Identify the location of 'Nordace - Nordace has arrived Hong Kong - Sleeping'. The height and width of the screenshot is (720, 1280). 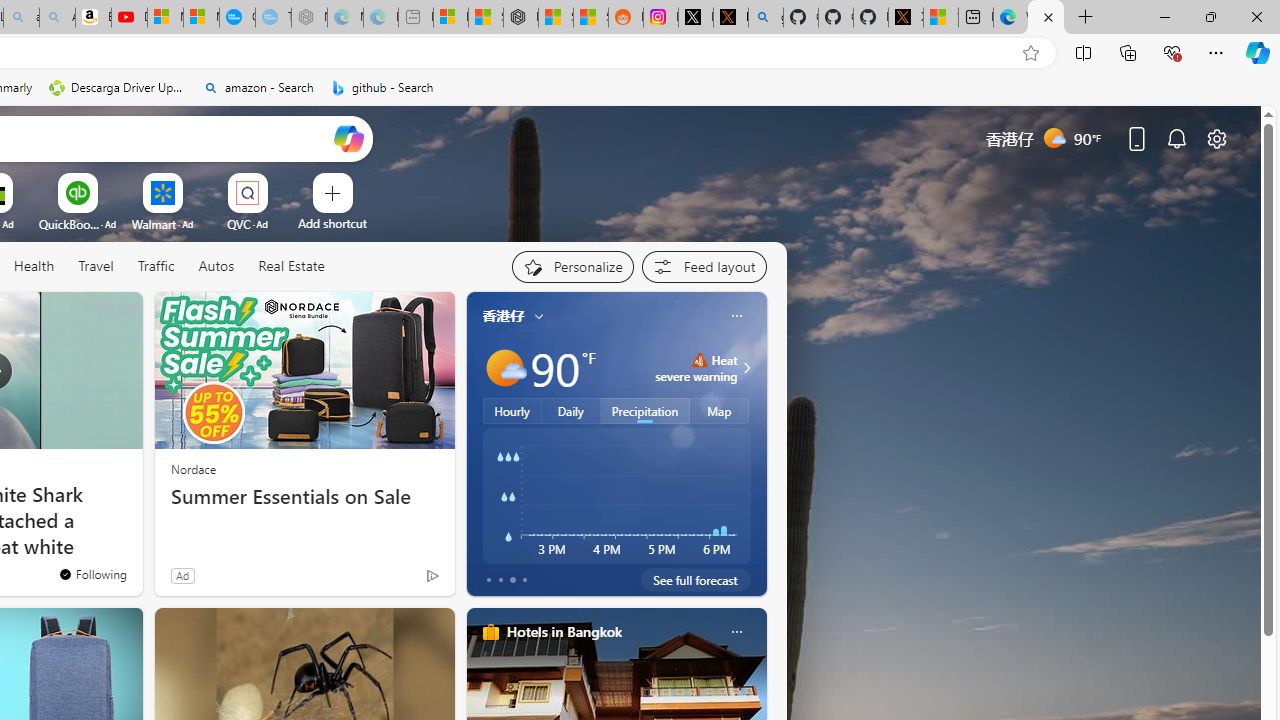
(308, 17).